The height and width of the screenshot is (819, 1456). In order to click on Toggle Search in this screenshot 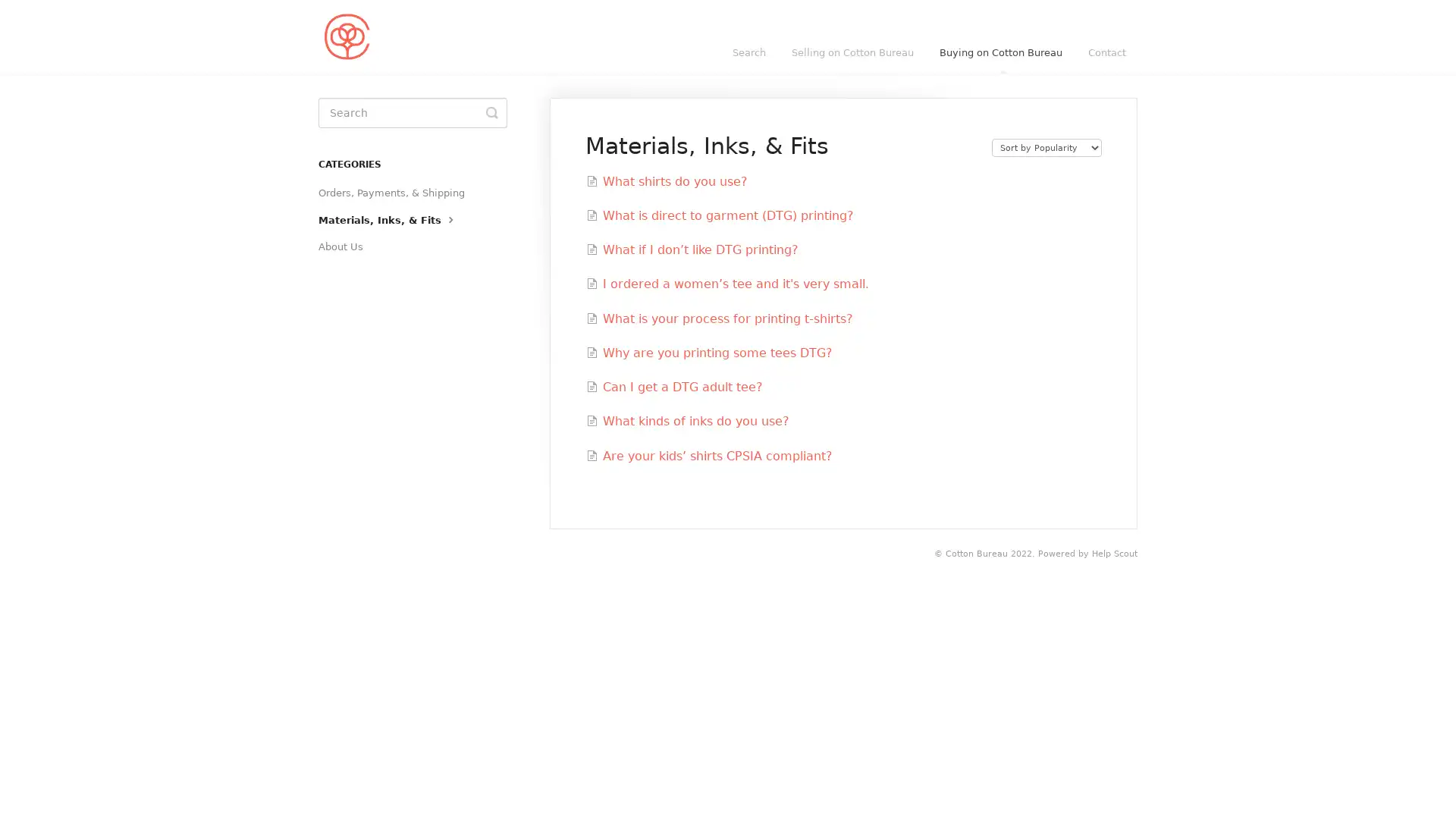, I will do `click(491, 112)`.